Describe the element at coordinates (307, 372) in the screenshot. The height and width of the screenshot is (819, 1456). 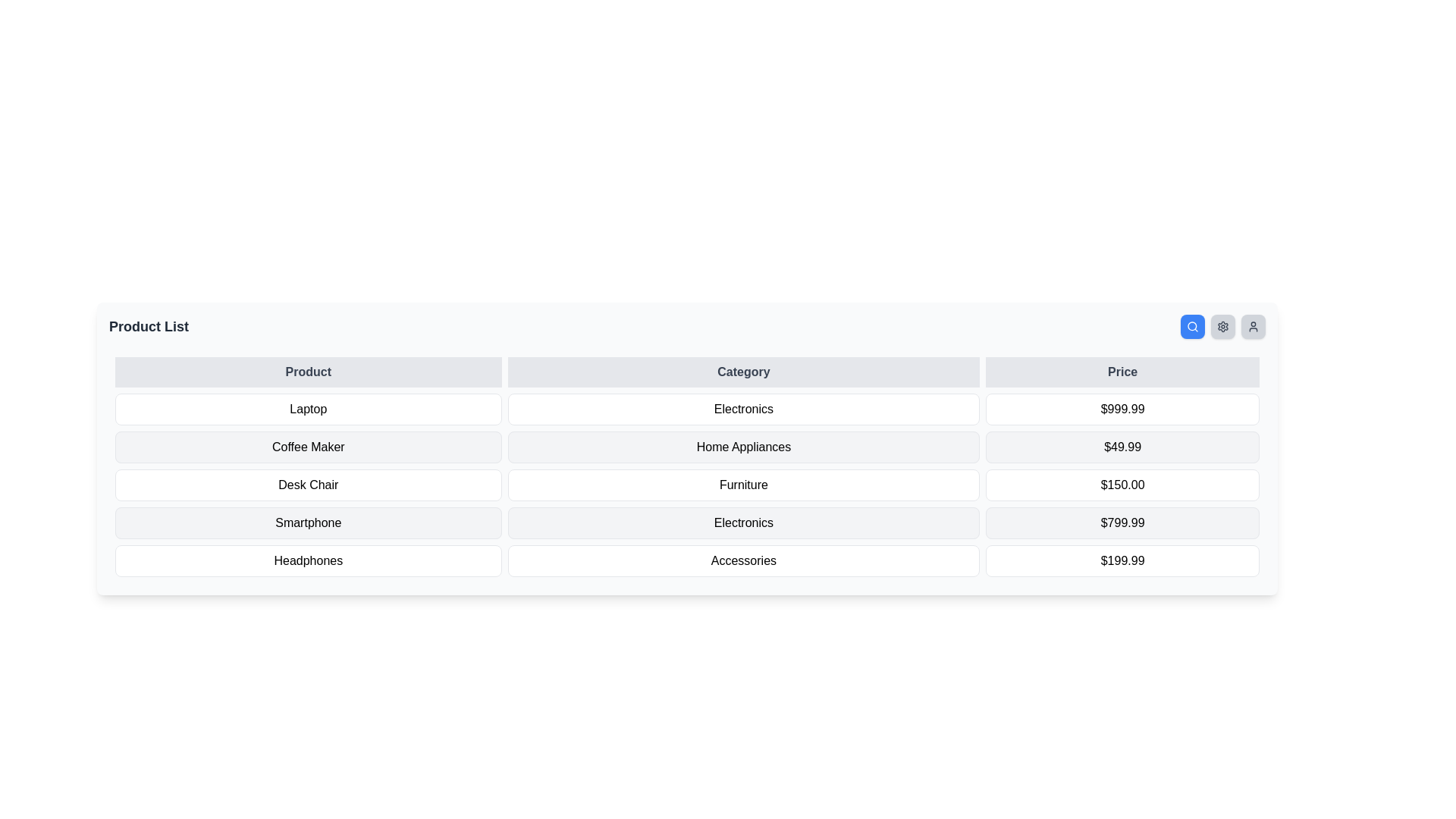
I see `text of the 'Product' header, which categorizes the entries in the column below it in the table` at that location.